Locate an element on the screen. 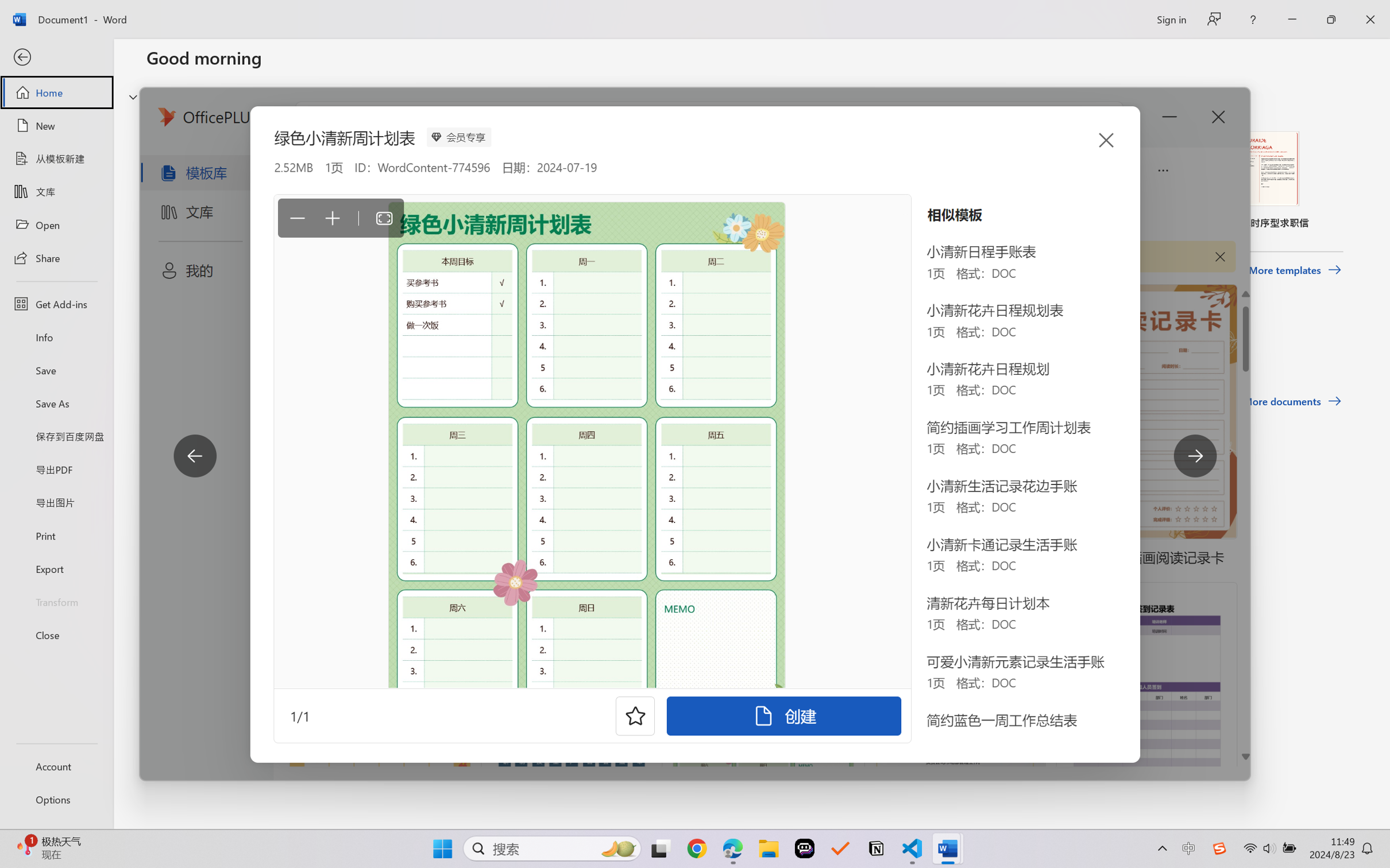 This screenshot has height=868, width=1390. 'Back' is located at coordinates (56, 57).